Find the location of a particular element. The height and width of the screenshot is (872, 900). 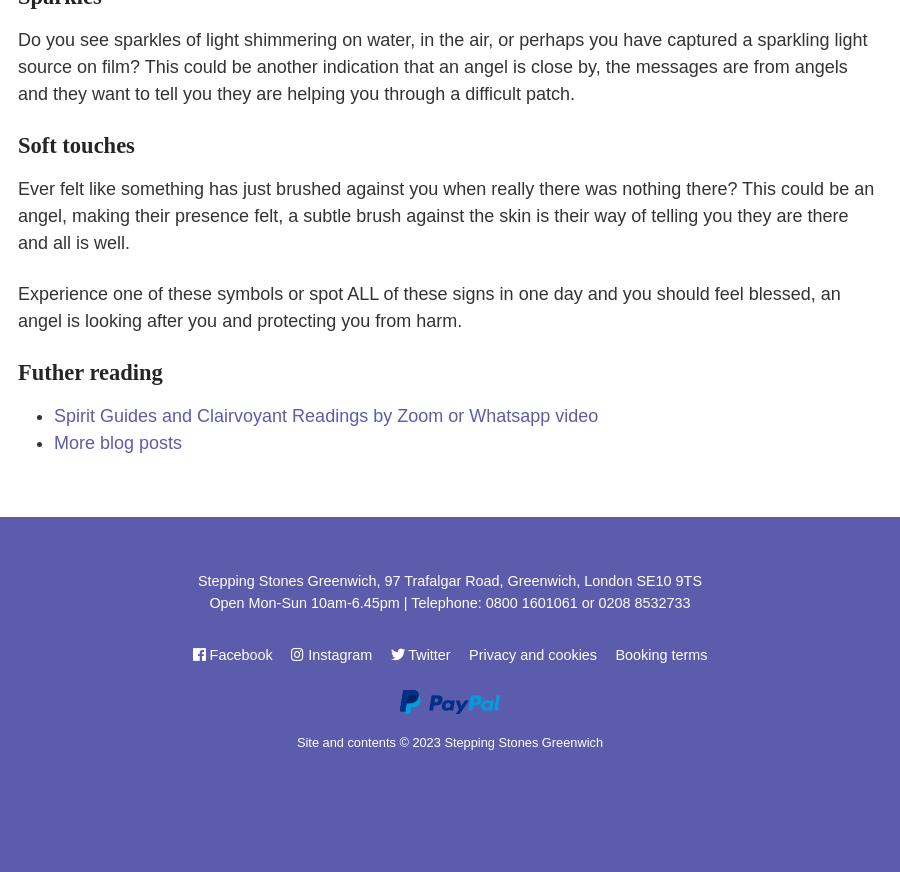

'Do you see sparkles of light shimmering on water, in the air, or perhaps you have captured a sparkling light source on film? This could be another indication that an angel is close by, the messages are from angels and they want to tell you they are helping you through a difficult patch.' is located at coordinates (442, 65).